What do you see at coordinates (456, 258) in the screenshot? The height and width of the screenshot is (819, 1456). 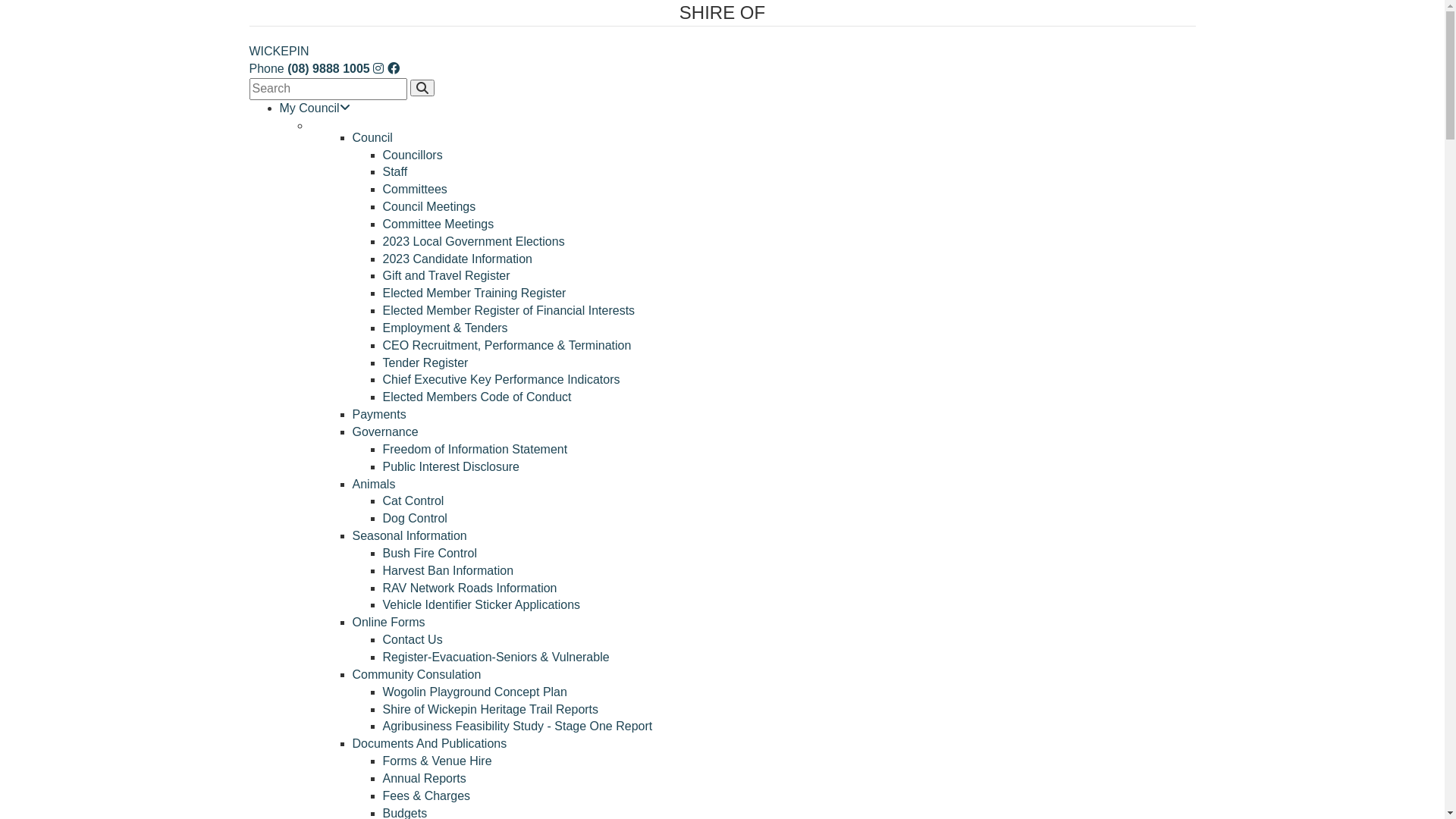 I see `'2023 Candidate Information'` at bounding box center [456, 258].